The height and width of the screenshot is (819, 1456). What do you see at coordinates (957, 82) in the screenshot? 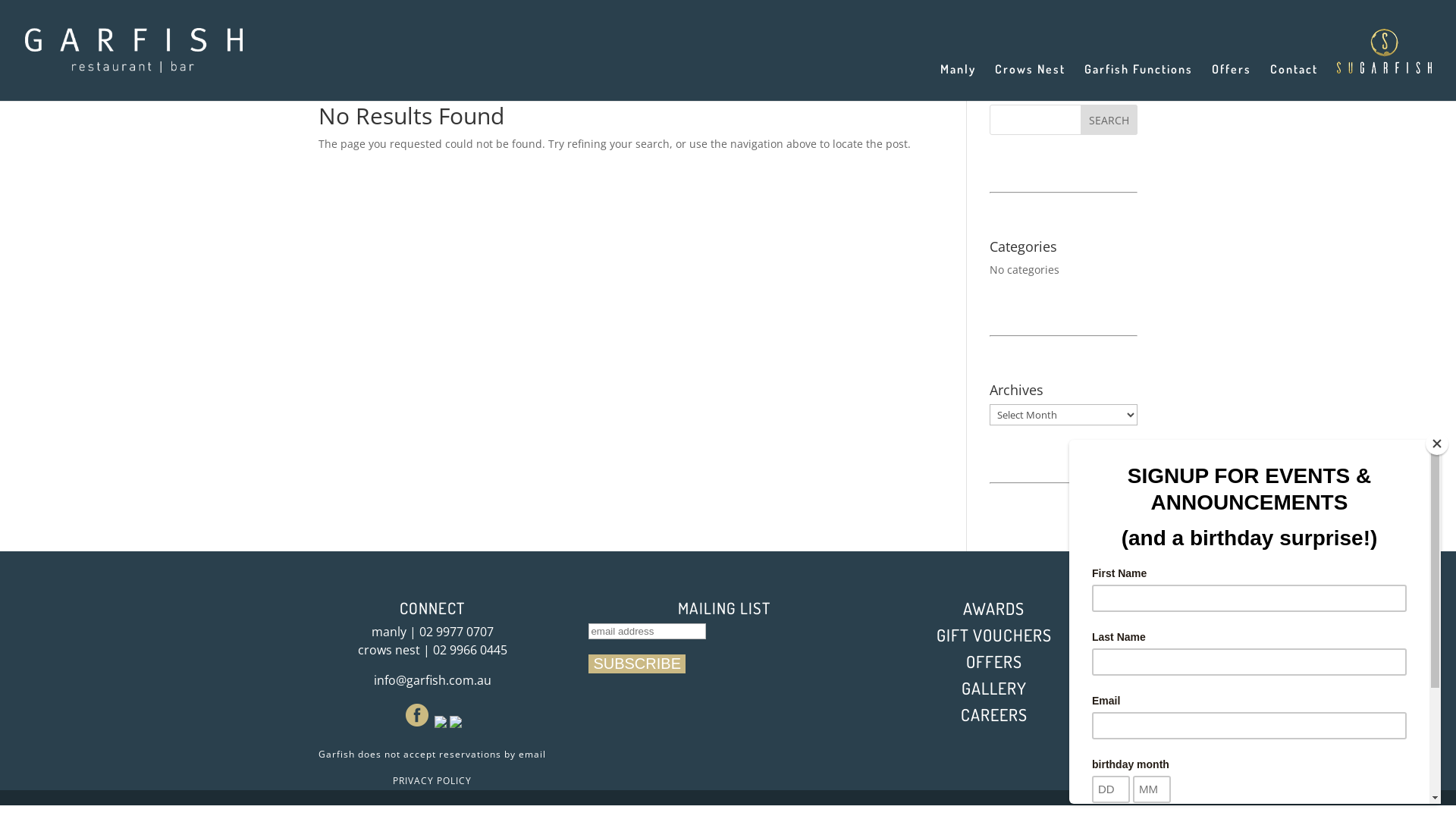
I see `'Manly'` at bounding box center [957, 82].